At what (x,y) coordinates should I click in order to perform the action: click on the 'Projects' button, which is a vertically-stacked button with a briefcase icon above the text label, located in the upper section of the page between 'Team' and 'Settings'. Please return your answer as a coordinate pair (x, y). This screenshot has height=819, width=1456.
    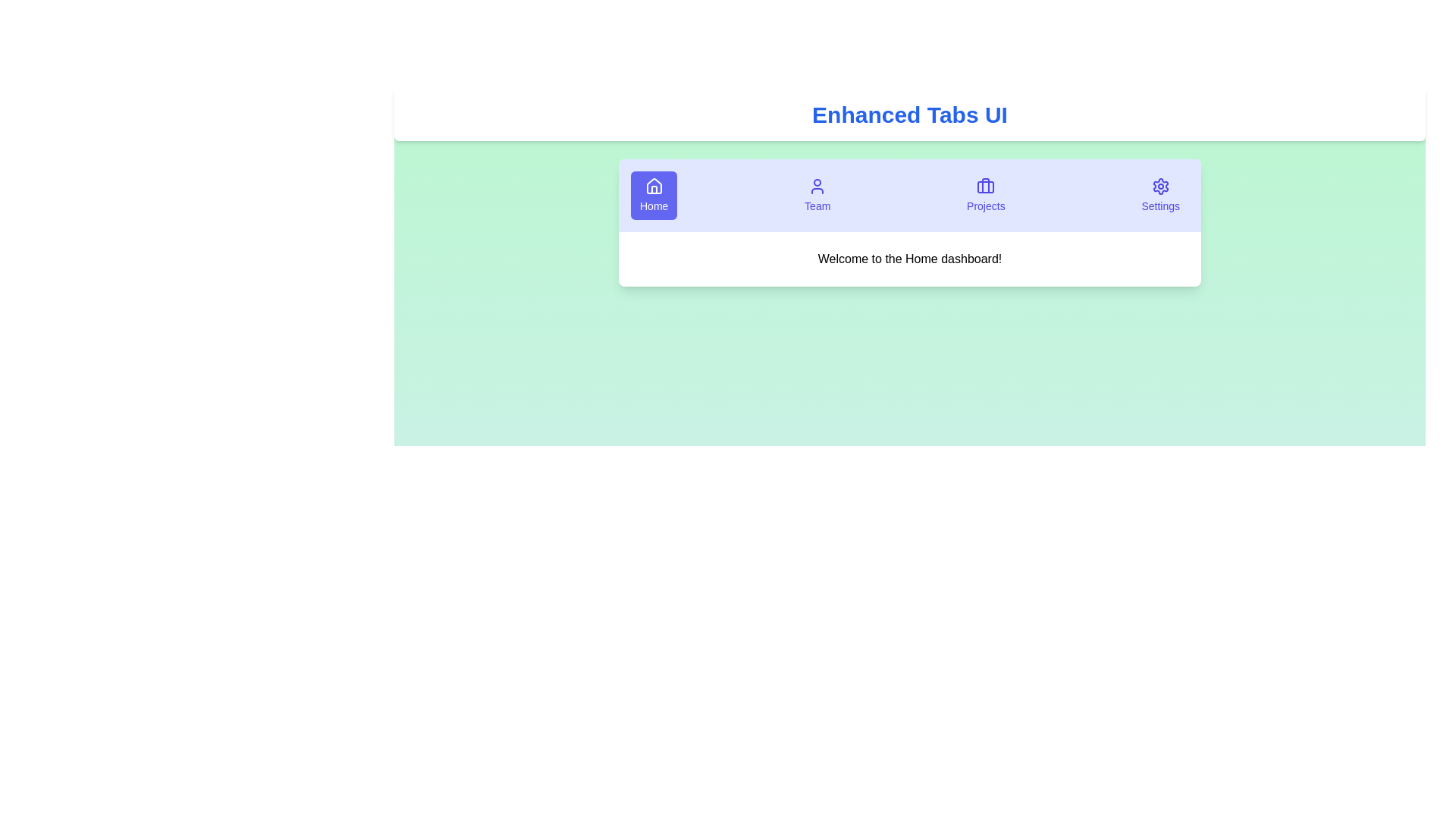
    Looking at the image, I should click on (986, 195).